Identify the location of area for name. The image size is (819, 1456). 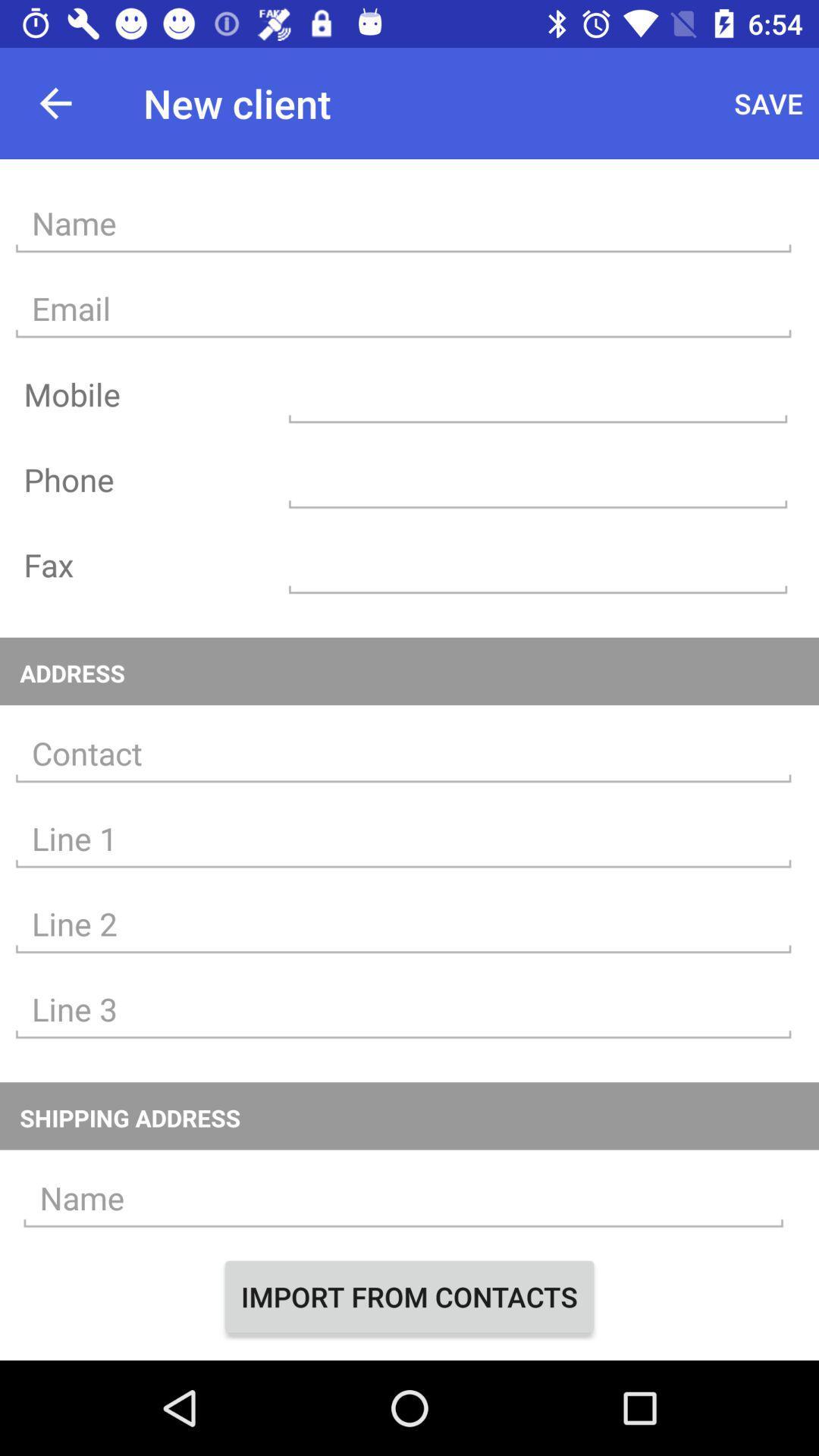
(403, 1197).